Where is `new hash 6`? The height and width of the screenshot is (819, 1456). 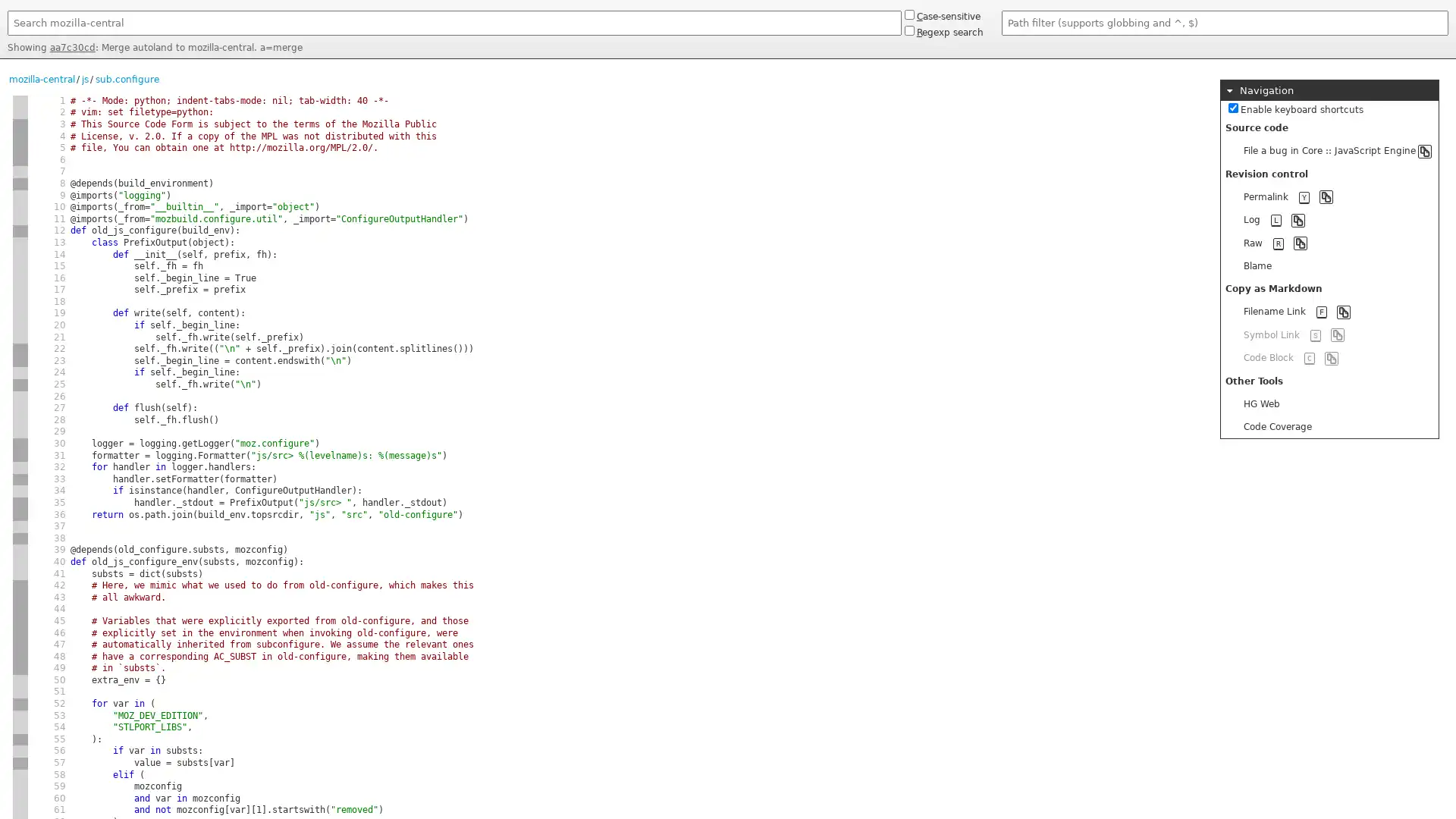 new hash 6 is located at coordinates (20, 526).